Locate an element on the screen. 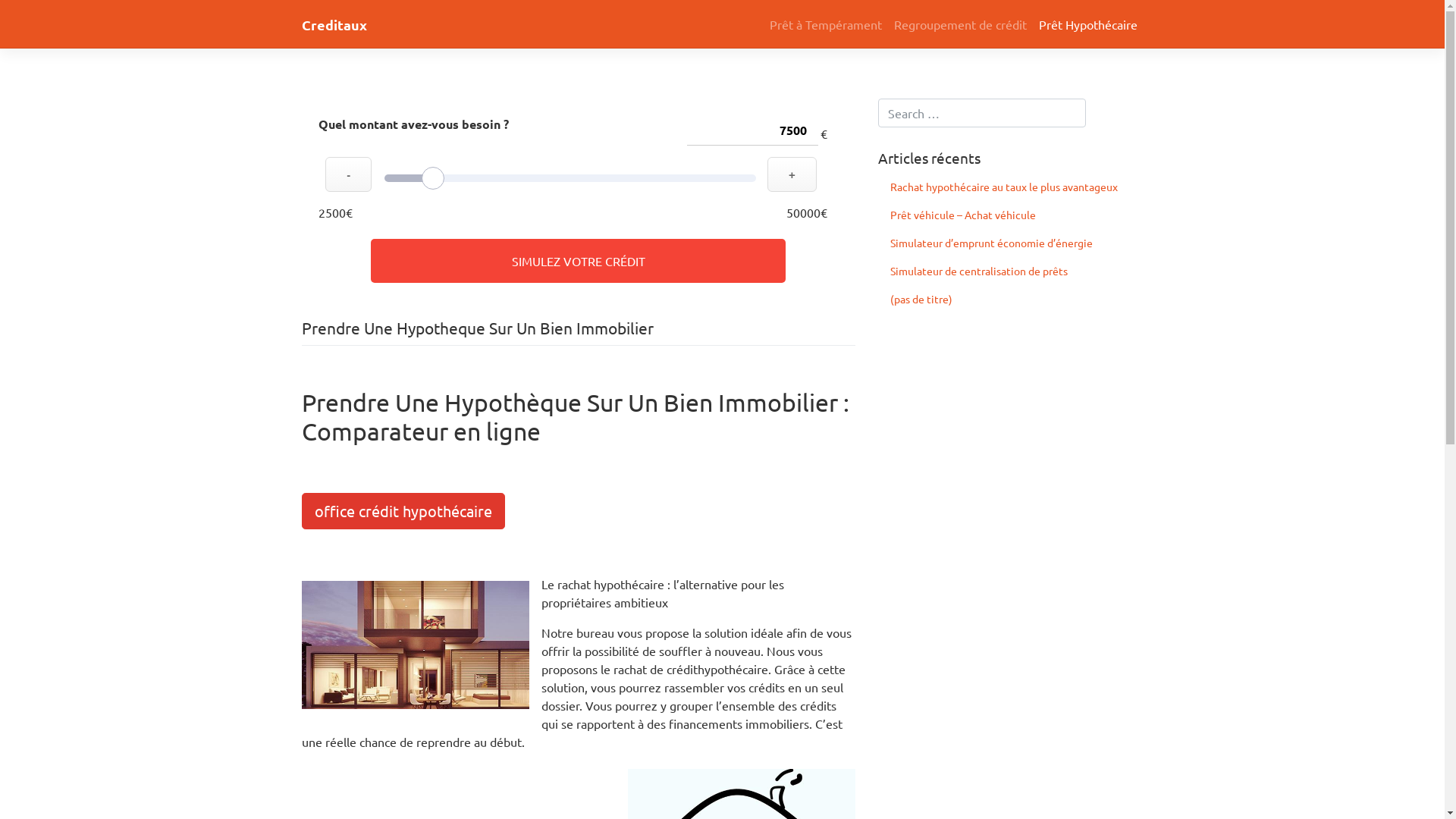  'Creditaux' is located at coordinates (334, 24).